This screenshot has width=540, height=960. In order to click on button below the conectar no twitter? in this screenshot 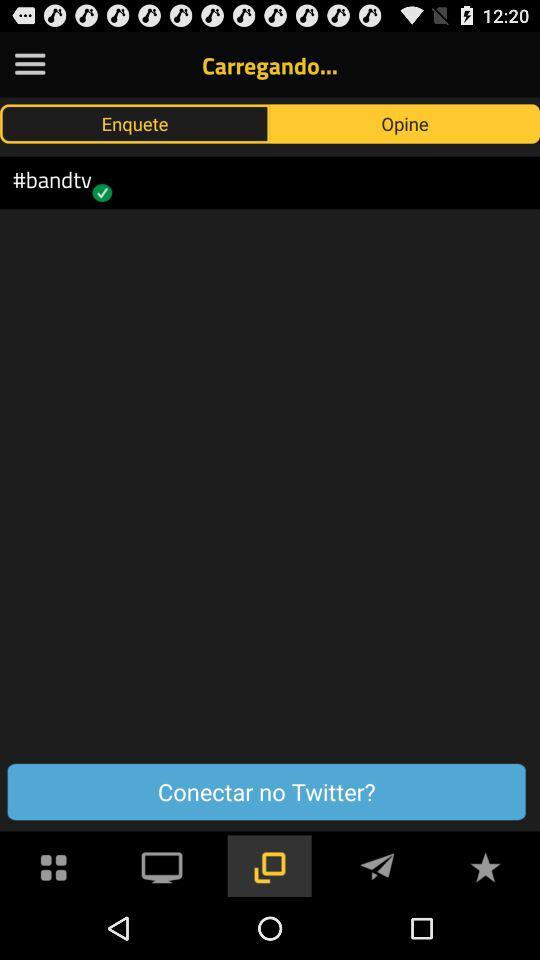, I will do `click(54, 864)`.